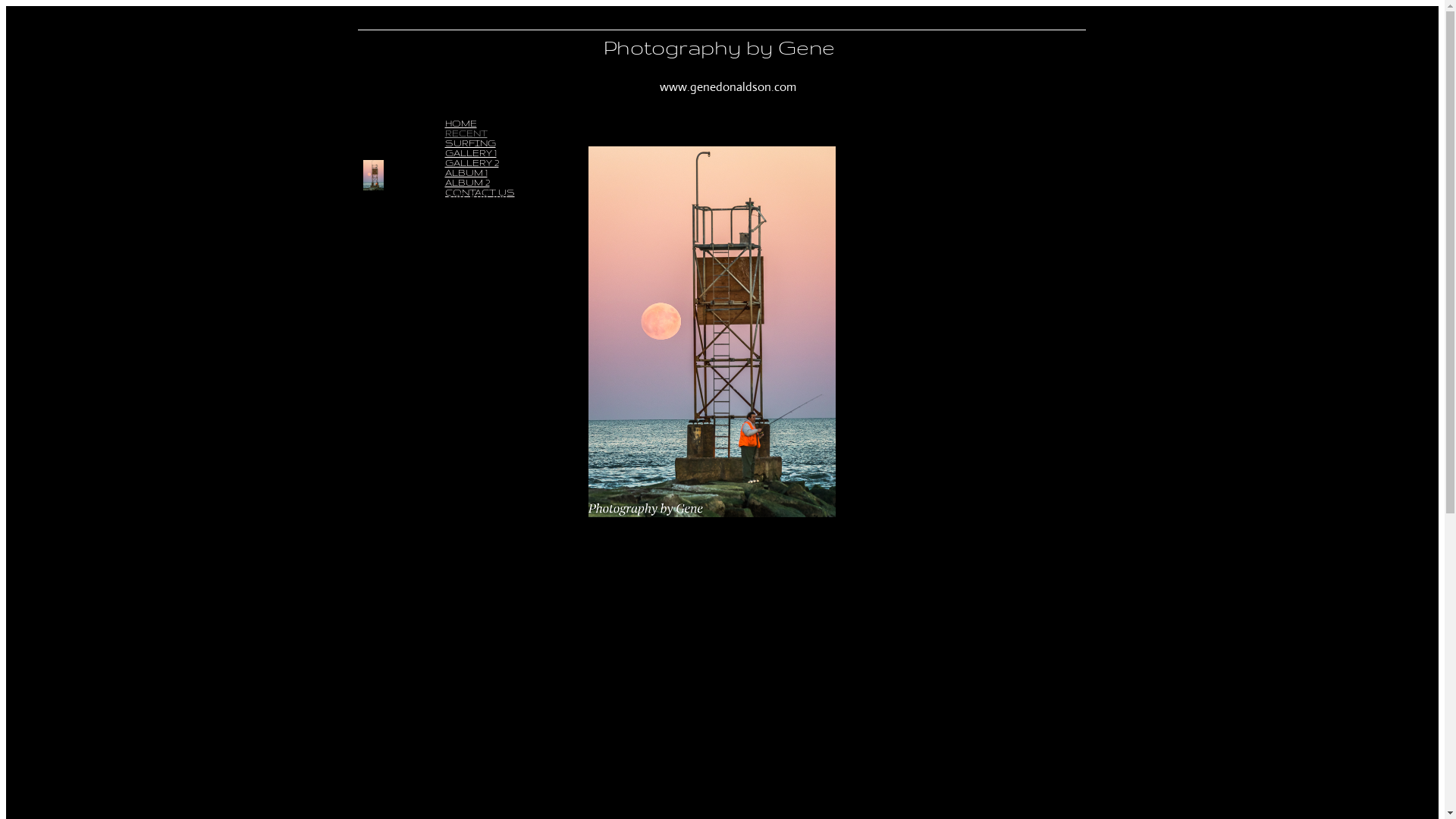 The image size is (1456, 819). What do you see at coordinates (443, 132) in the screenshot?
I see `'RECENT'` at bounding box center [443, 132].